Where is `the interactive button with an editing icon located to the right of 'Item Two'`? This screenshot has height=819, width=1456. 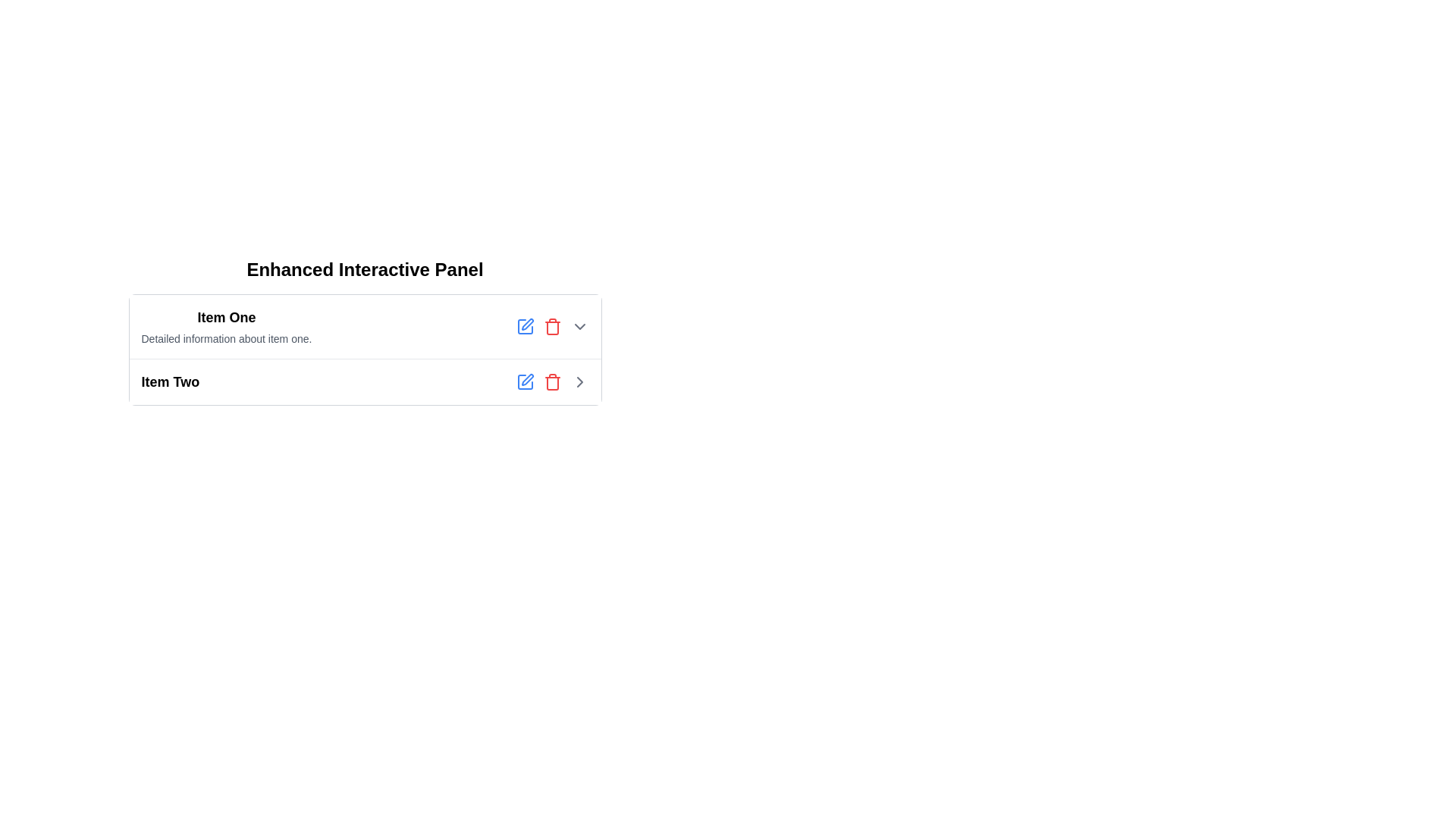 the interactive button with an editing icon located to the right of 'Item Two' is located at coordinates (525, 381).